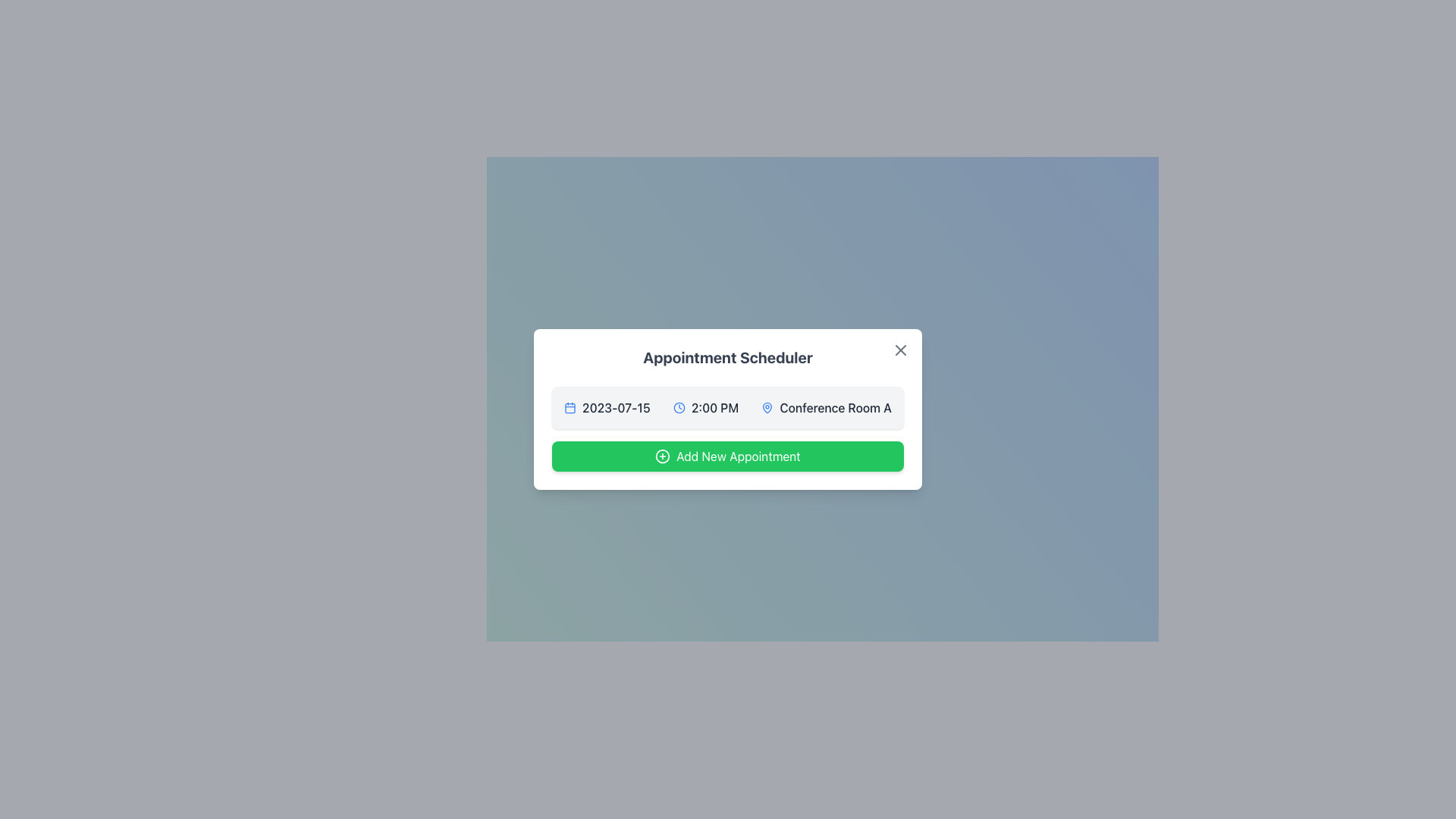 This screenshot has width=1456, height=819. I want to click on the Text Label with an Icon that displays the location of an event or appointment, located in the Appointment Scheduler modal, so click(826, 406).